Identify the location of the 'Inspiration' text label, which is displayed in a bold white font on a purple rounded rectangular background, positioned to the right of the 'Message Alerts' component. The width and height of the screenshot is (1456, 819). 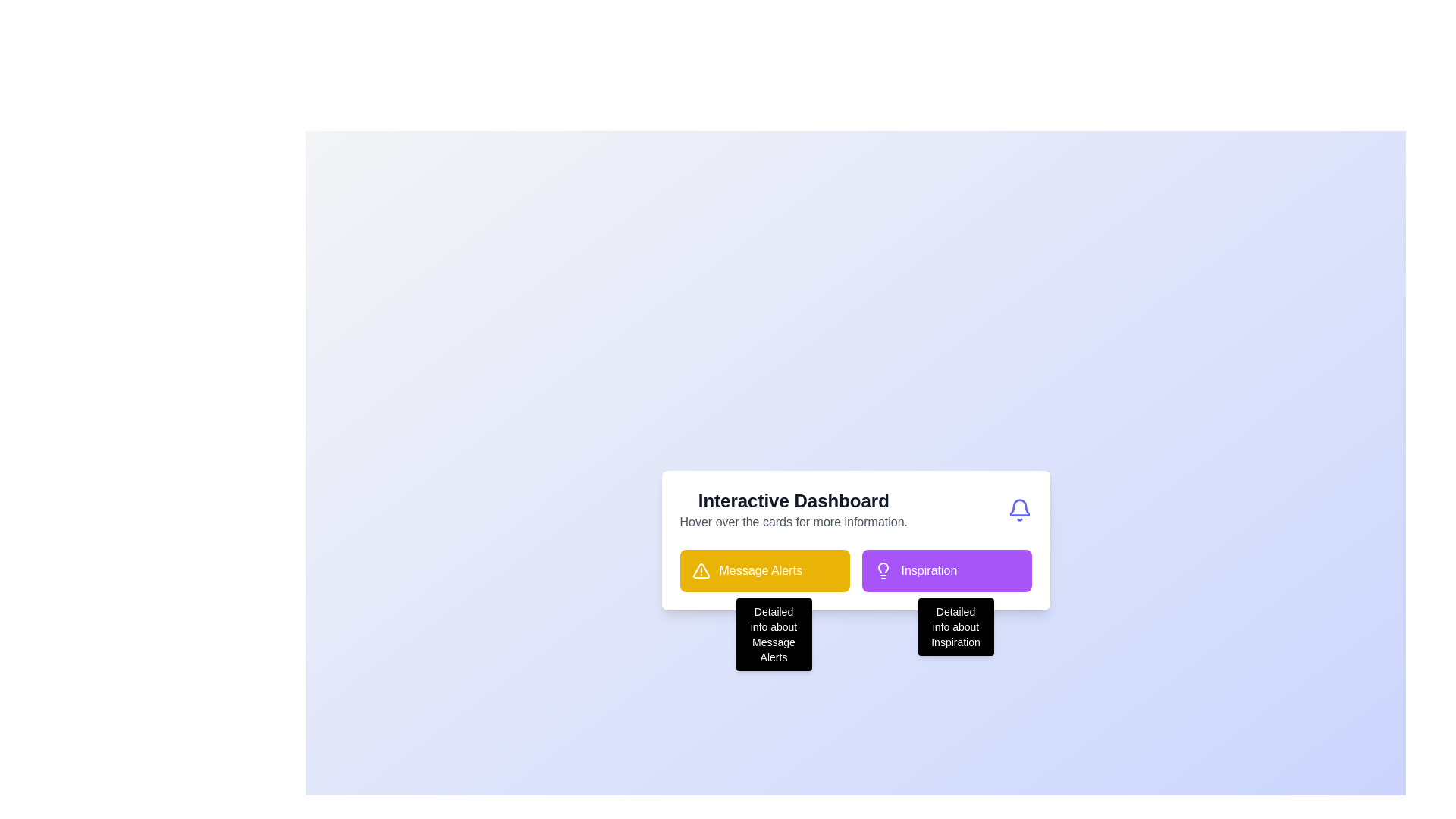
(928, 570).